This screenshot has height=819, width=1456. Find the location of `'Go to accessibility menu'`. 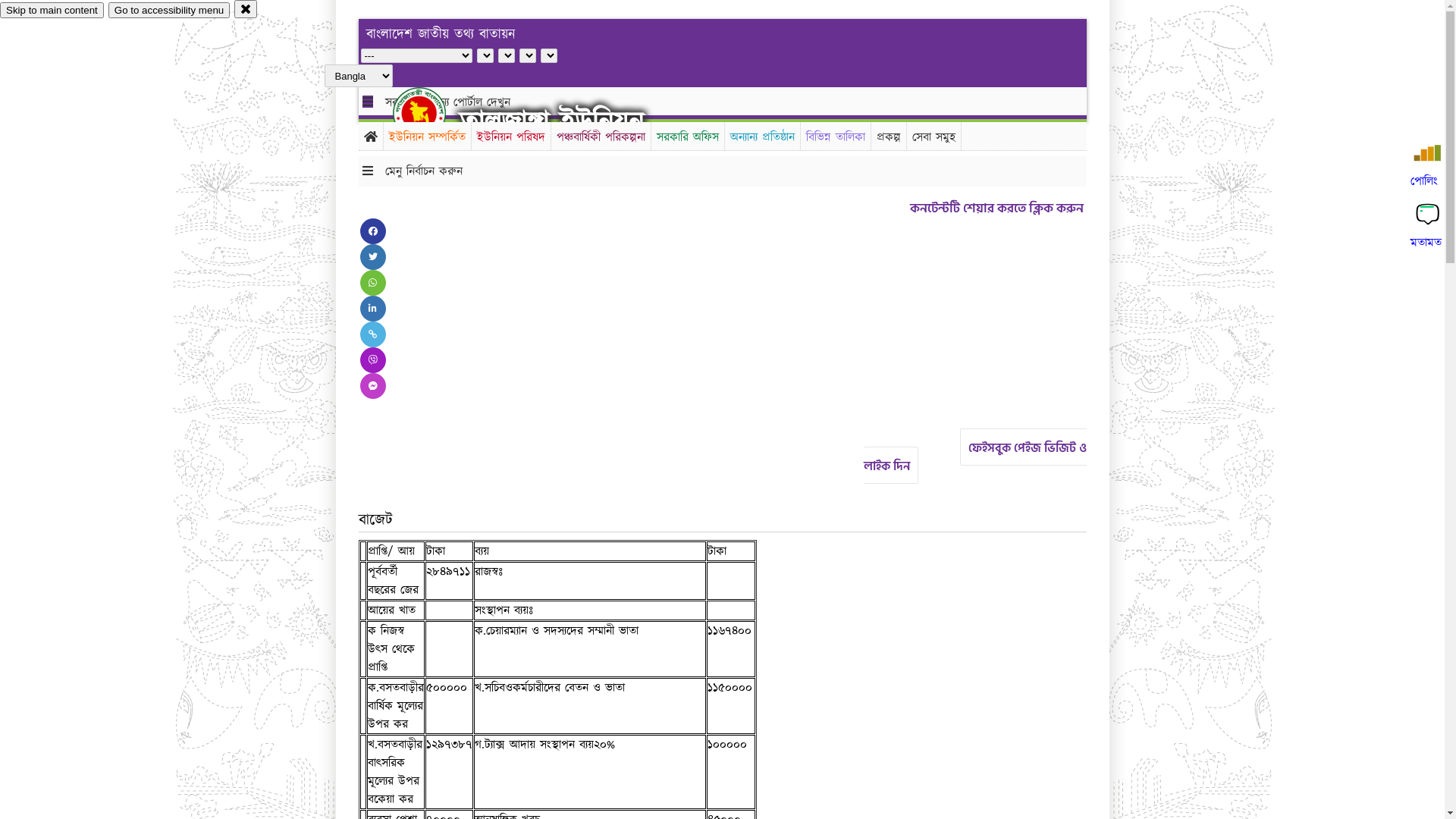

'Go to accessibility menu' is located at coordinates (168, 10).